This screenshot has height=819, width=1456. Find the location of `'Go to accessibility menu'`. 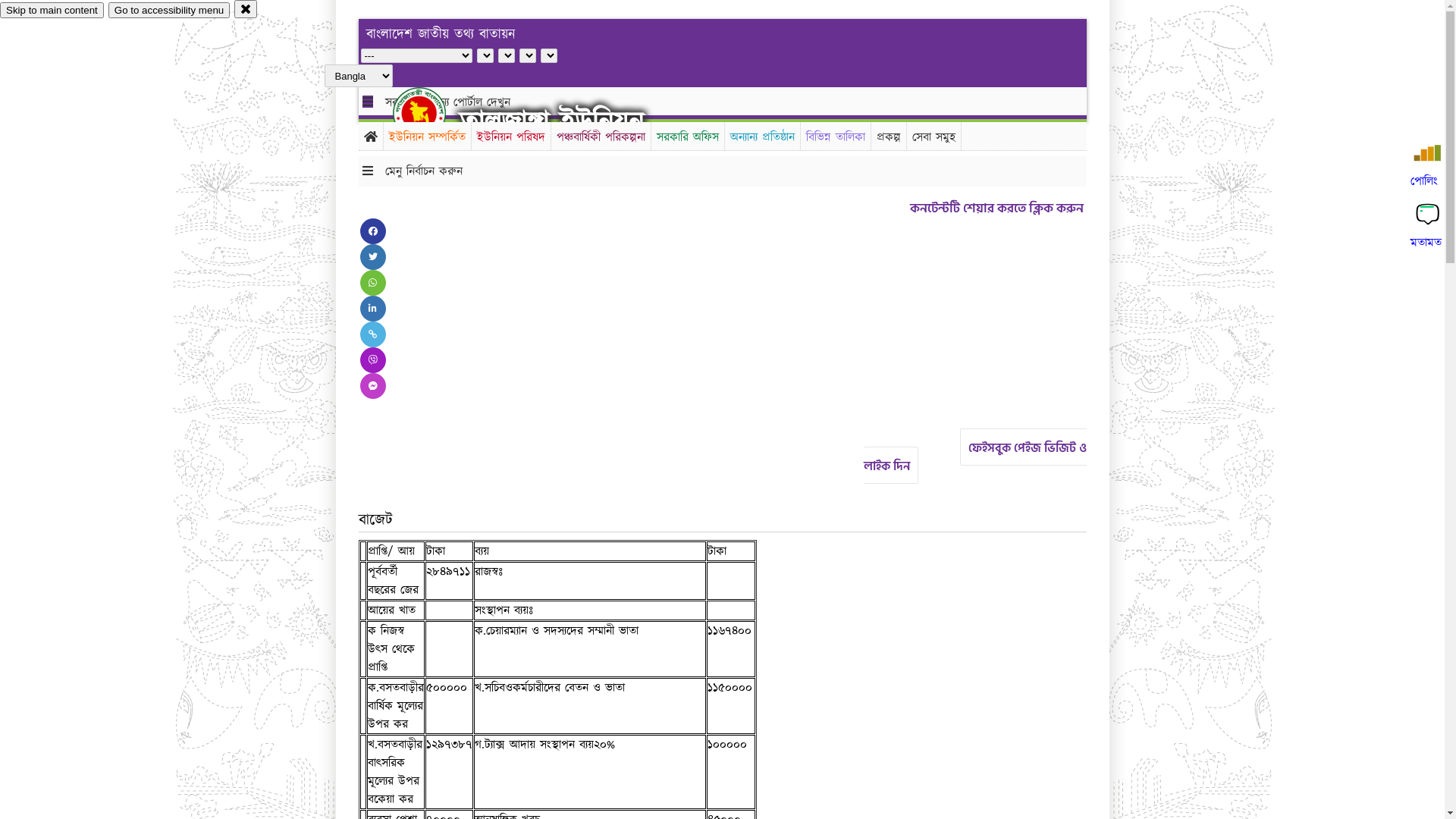

'Go to accessibility menu' is located at coordinates (168, 10).